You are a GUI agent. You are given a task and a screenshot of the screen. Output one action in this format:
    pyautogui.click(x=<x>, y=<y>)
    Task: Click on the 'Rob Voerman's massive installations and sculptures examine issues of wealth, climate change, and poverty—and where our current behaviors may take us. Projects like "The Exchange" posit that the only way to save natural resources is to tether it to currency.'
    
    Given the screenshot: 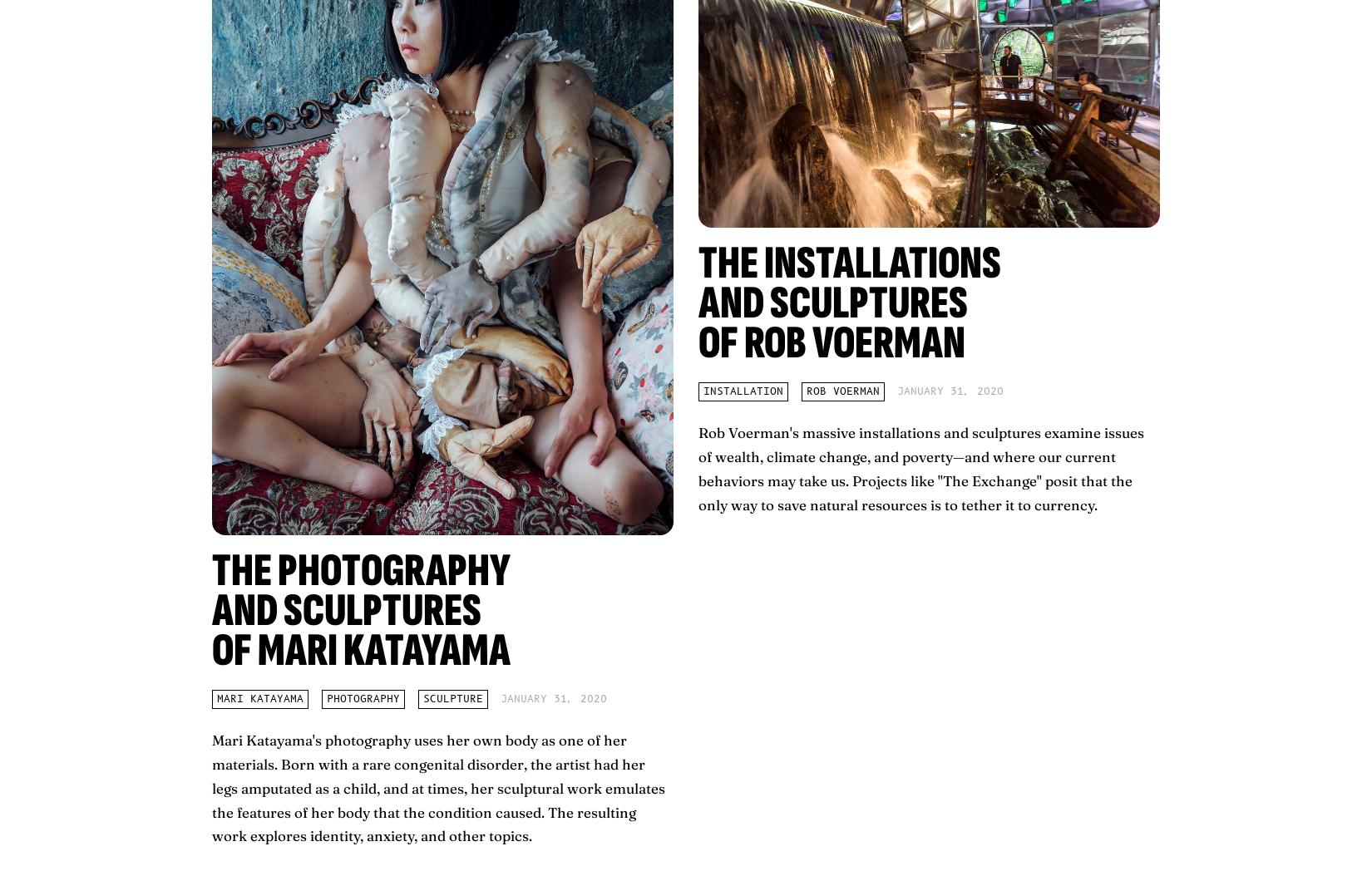 What is the action you would take?
    pyautogui.click(x=920, y=467)
    